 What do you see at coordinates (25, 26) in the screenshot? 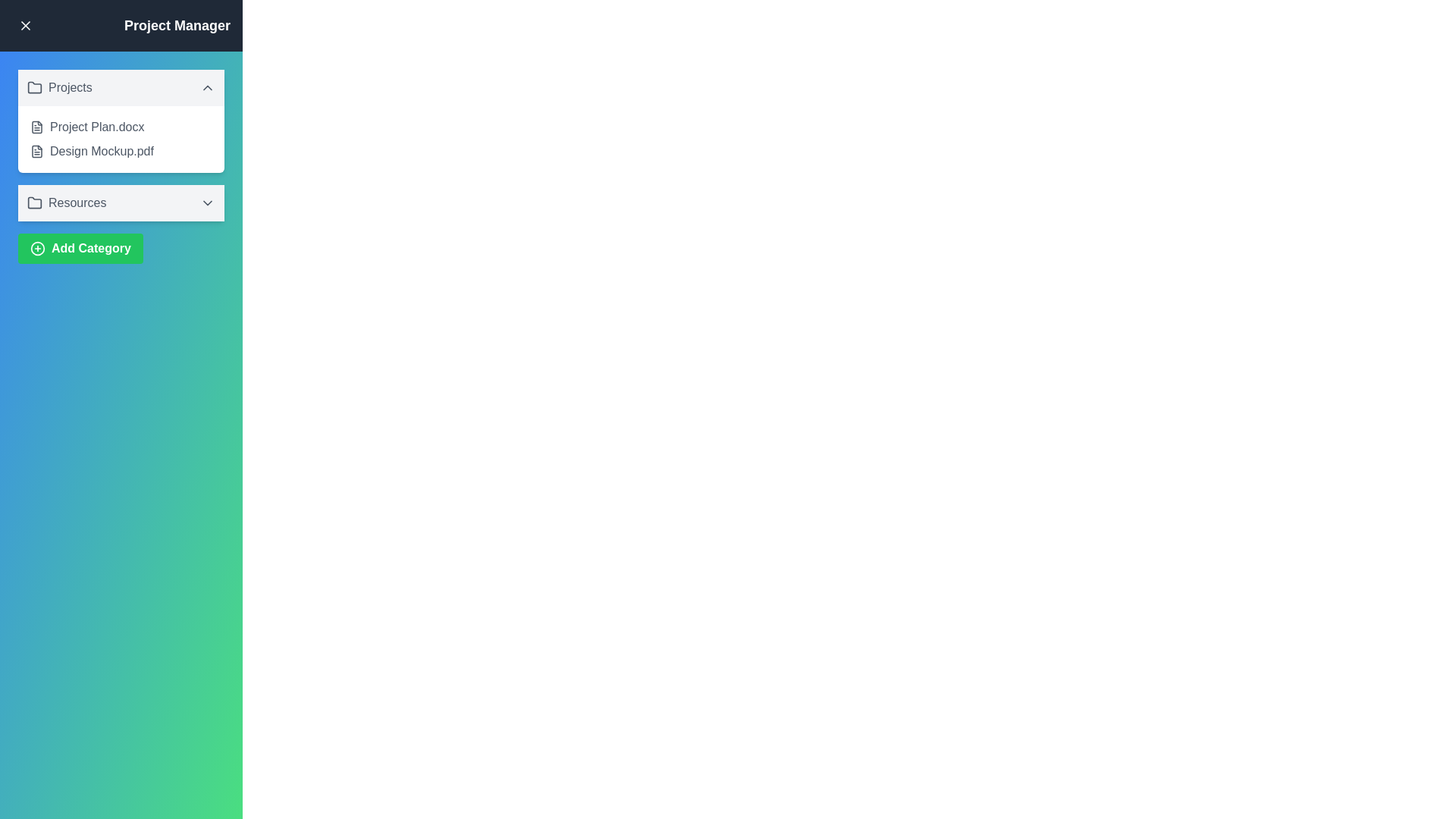
I see `the close button in the top-left corner of the sidebar` at bounding box center [25, 26].